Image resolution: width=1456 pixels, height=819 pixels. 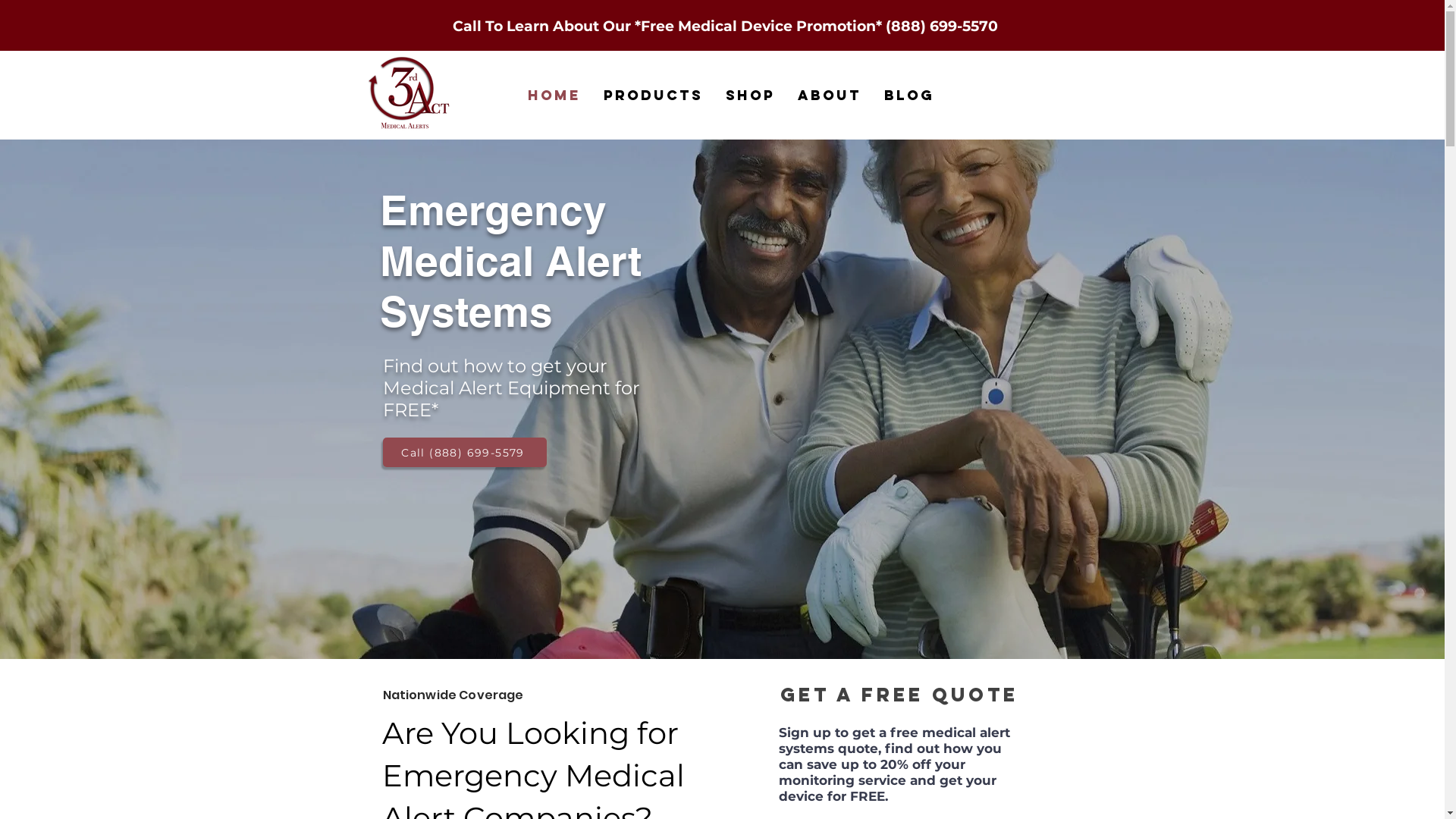 What do you see at coordinates (828, 95) in the screenshot?
I see `'About'` at bounding box center [828, 95].